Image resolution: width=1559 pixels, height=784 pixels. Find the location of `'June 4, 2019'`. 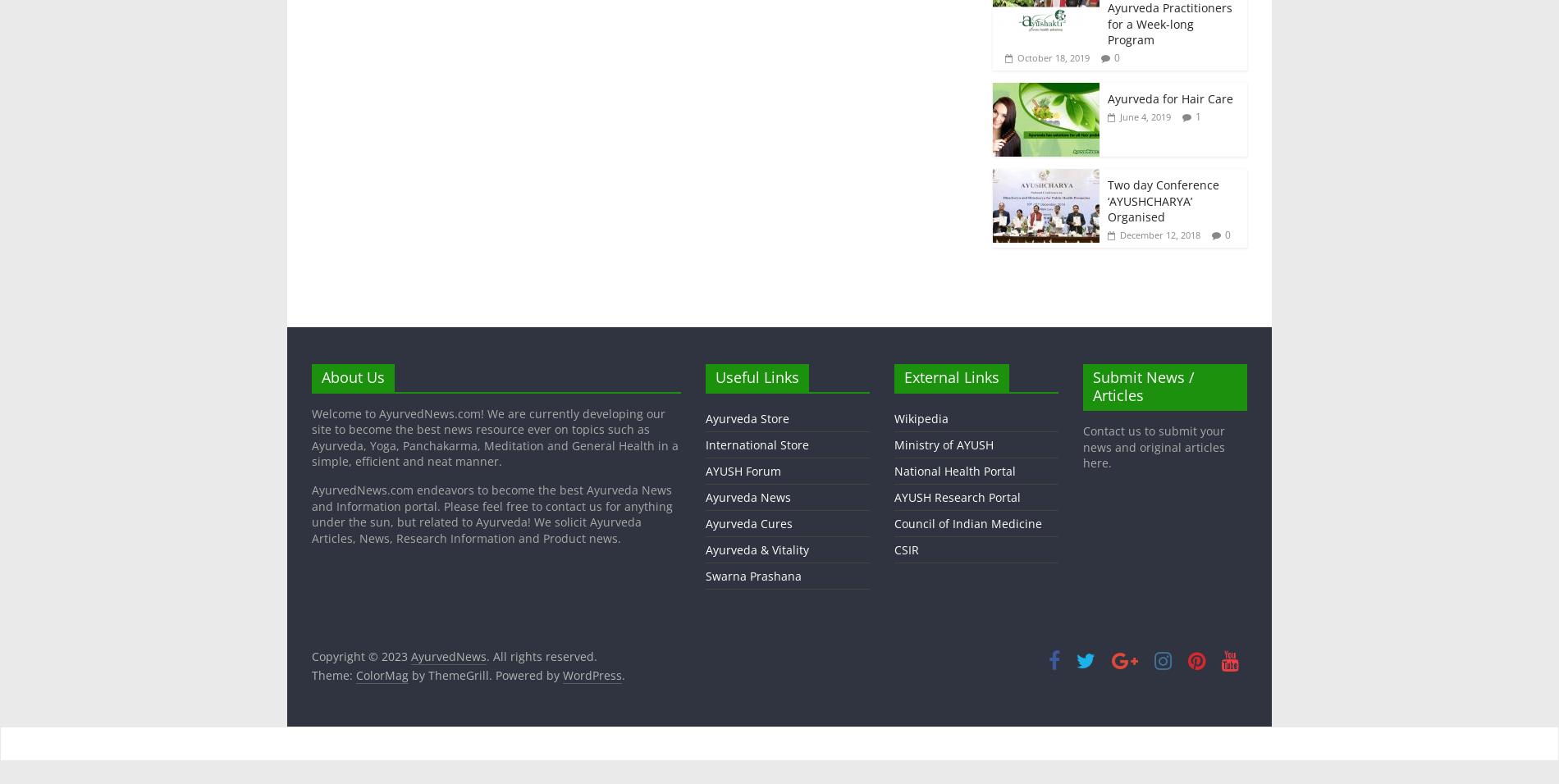

'June 4, 2019' is located at coordinates (1144, 116).